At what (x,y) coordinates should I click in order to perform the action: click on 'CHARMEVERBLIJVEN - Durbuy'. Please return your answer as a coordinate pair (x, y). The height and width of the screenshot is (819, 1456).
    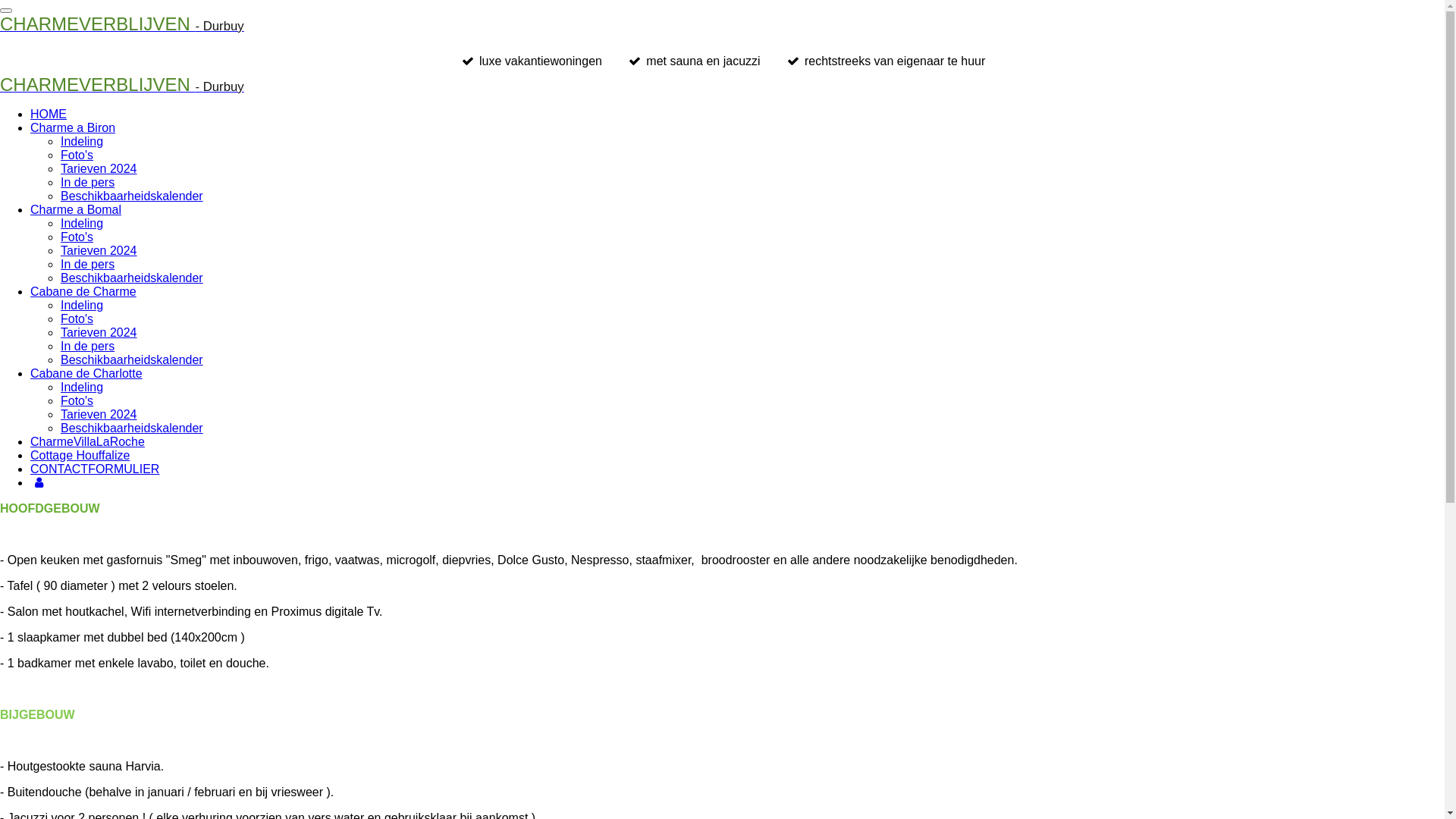
    Looking at the image, I should click on (122, 86).